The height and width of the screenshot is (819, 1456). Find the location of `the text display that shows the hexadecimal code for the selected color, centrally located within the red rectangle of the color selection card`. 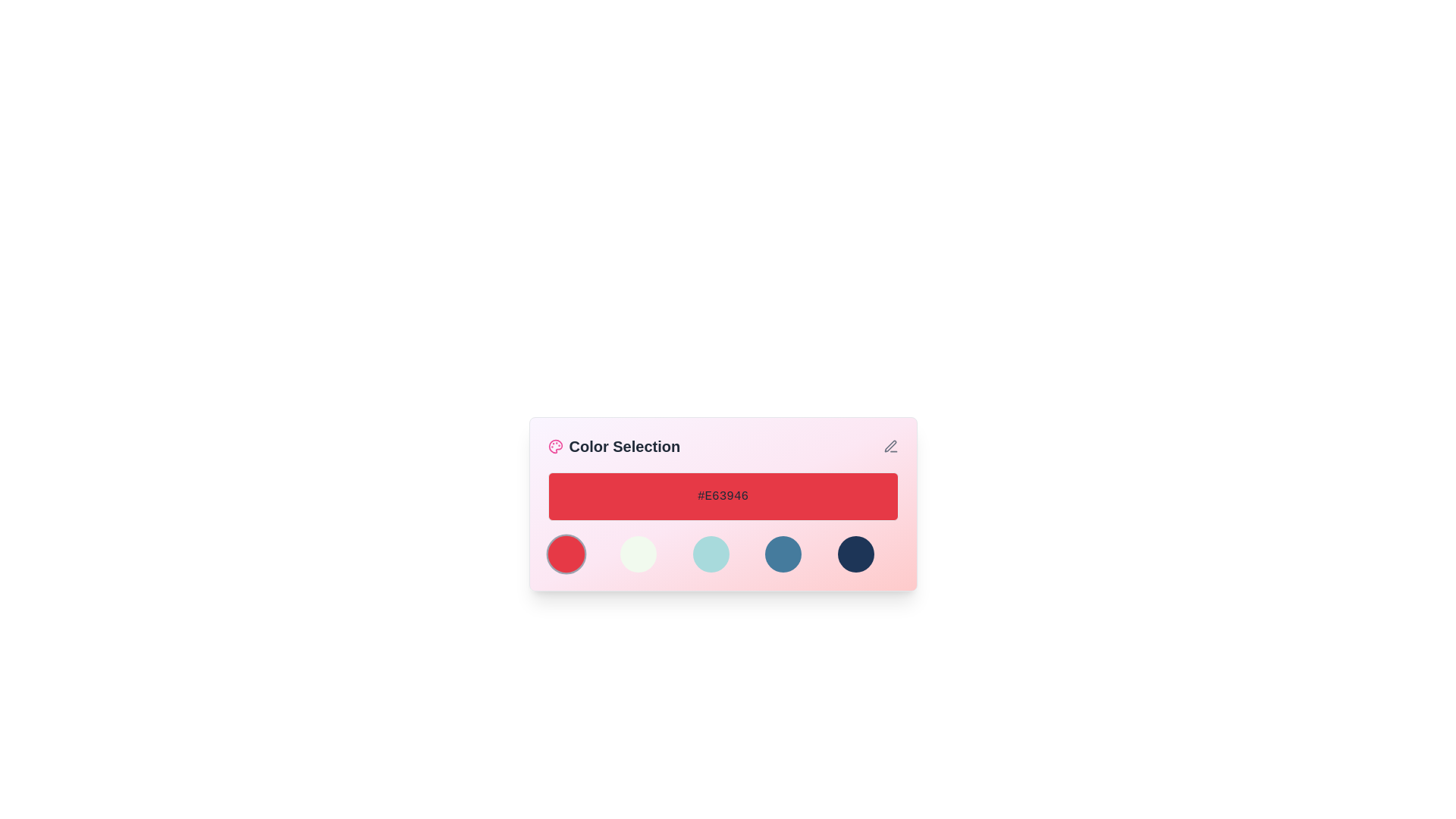

the text display that shows the hexadecimal code for the selected color, centrally located within the red rectangle of the color selection card is located at coordinates (722, 497).